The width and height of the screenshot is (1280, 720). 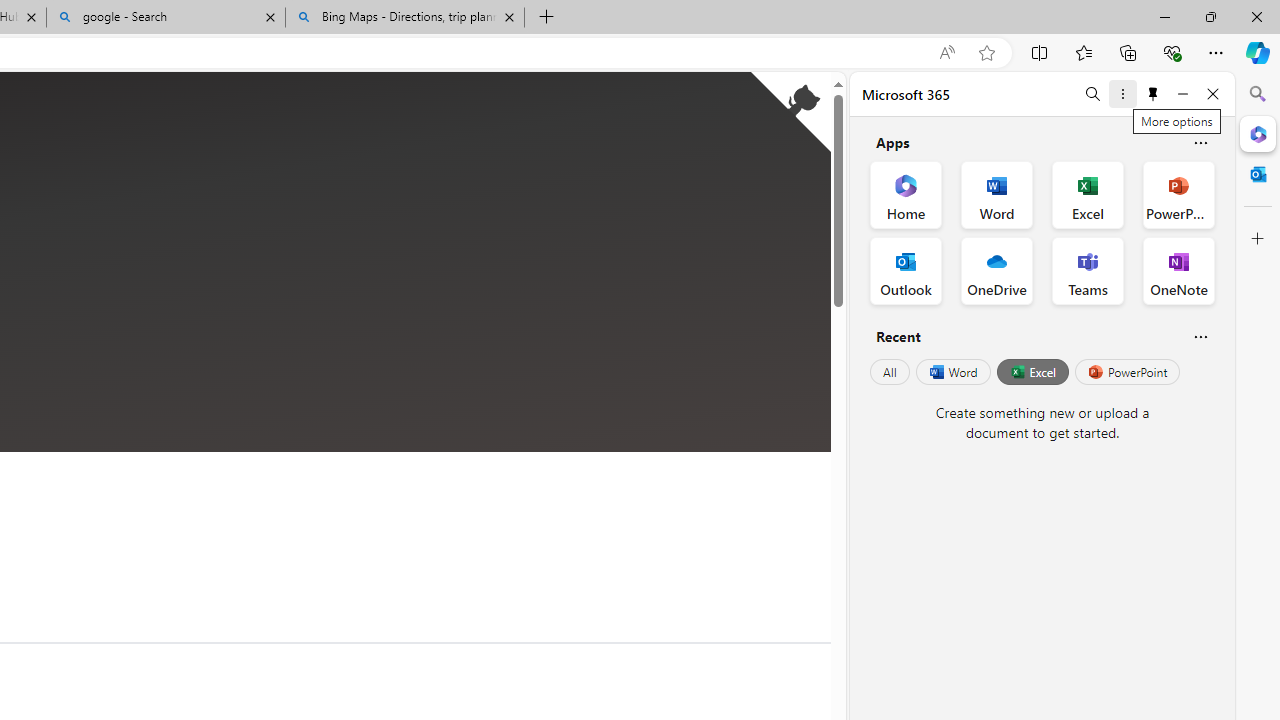 I want to click on 'Word', so click(x=951, y=372).